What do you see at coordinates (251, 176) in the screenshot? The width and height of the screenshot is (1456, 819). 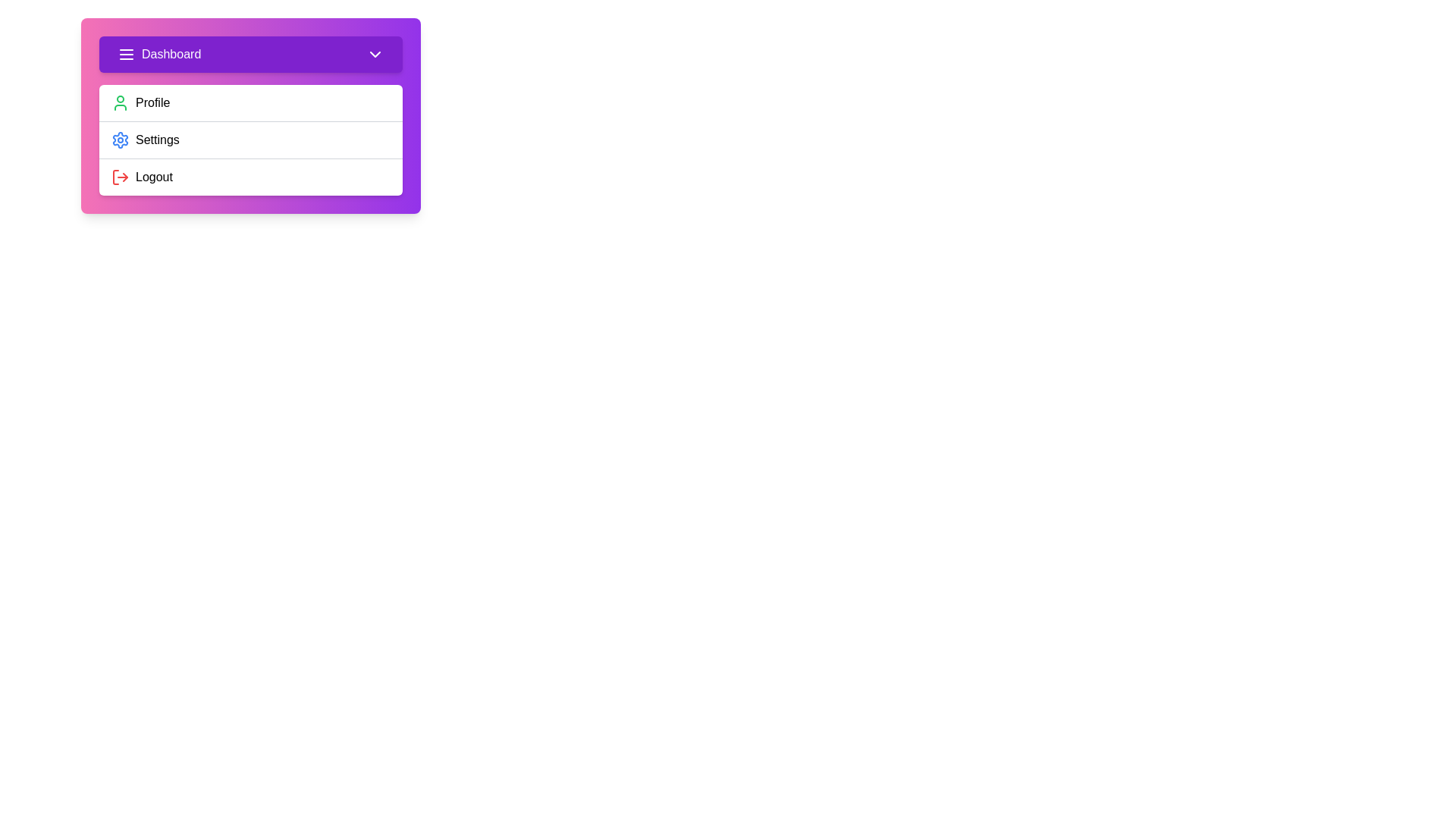 I see `the 'Logout' option in the menu` at bounding box center [251, 176].